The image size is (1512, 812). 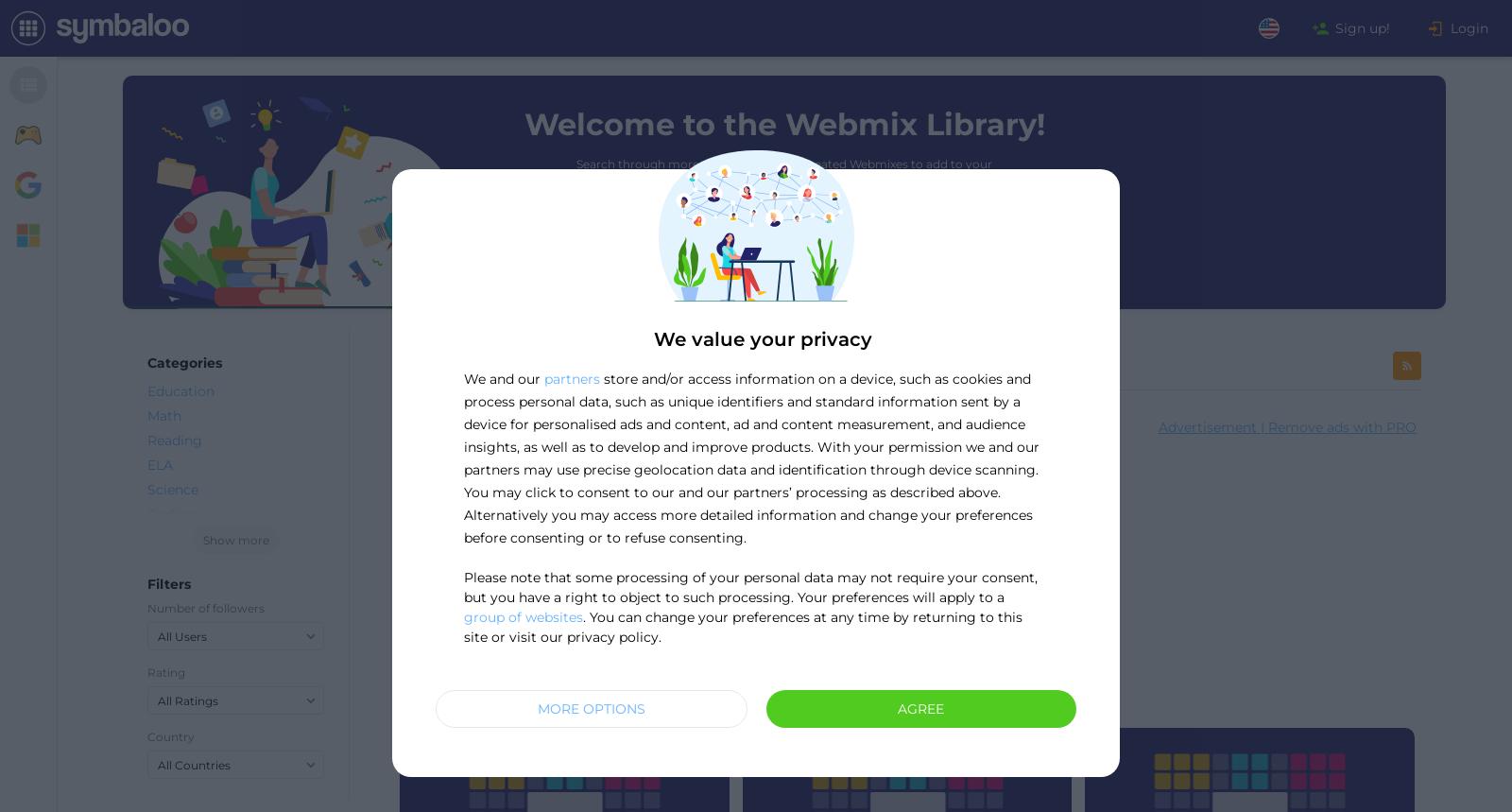 What do you see at coordinates (1016, 692) in the screenshot?
I see `'10+
								
								
							
							  Followers'` at bounding box center [1016, 692].